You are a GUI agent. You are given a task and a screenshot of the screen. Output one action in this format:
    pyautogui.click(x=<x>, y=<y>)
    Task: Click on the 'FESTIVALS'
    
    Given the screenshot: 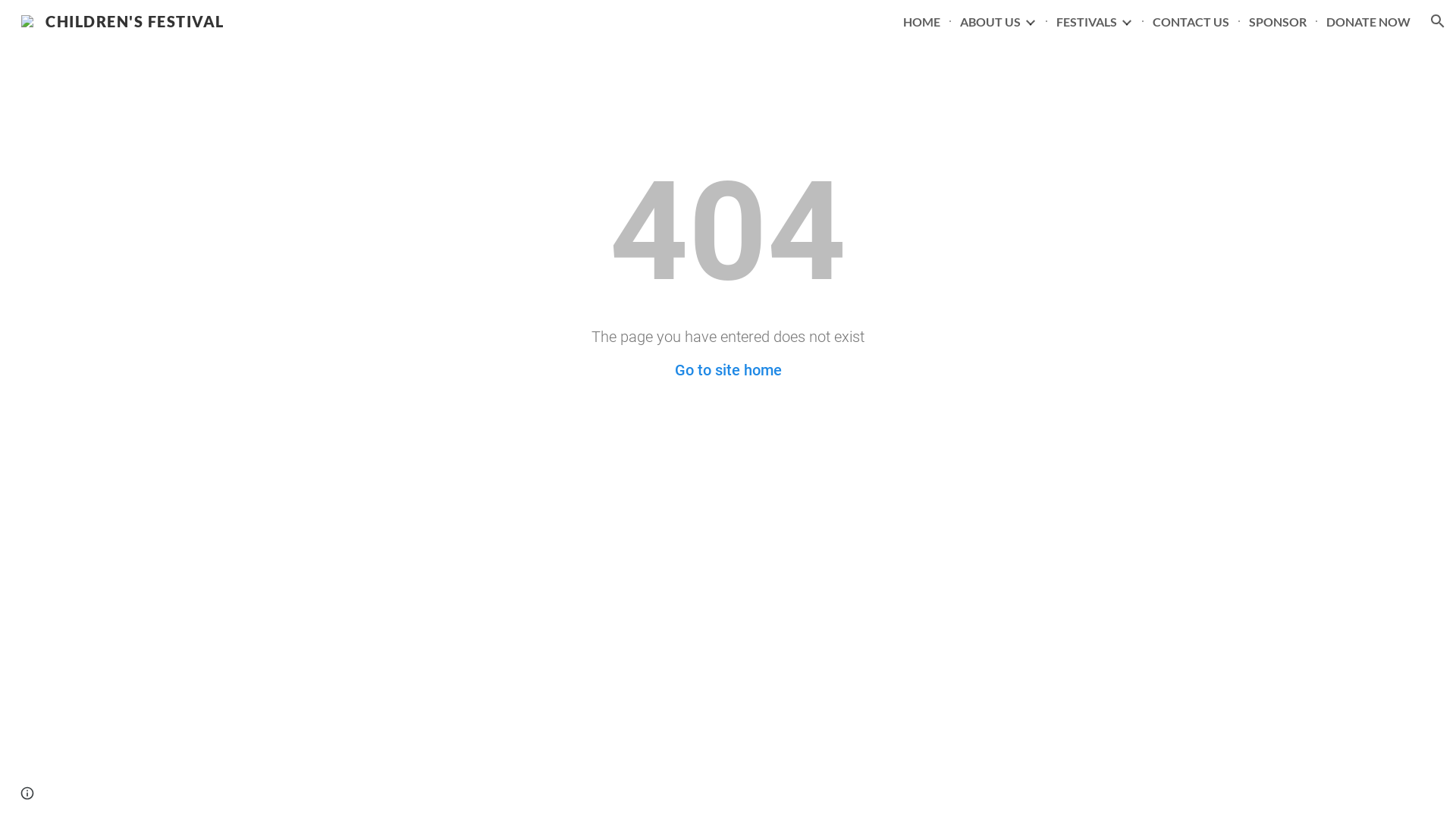 What is the action you would take?
    pyautogui.click(x=1086, y=20)
    